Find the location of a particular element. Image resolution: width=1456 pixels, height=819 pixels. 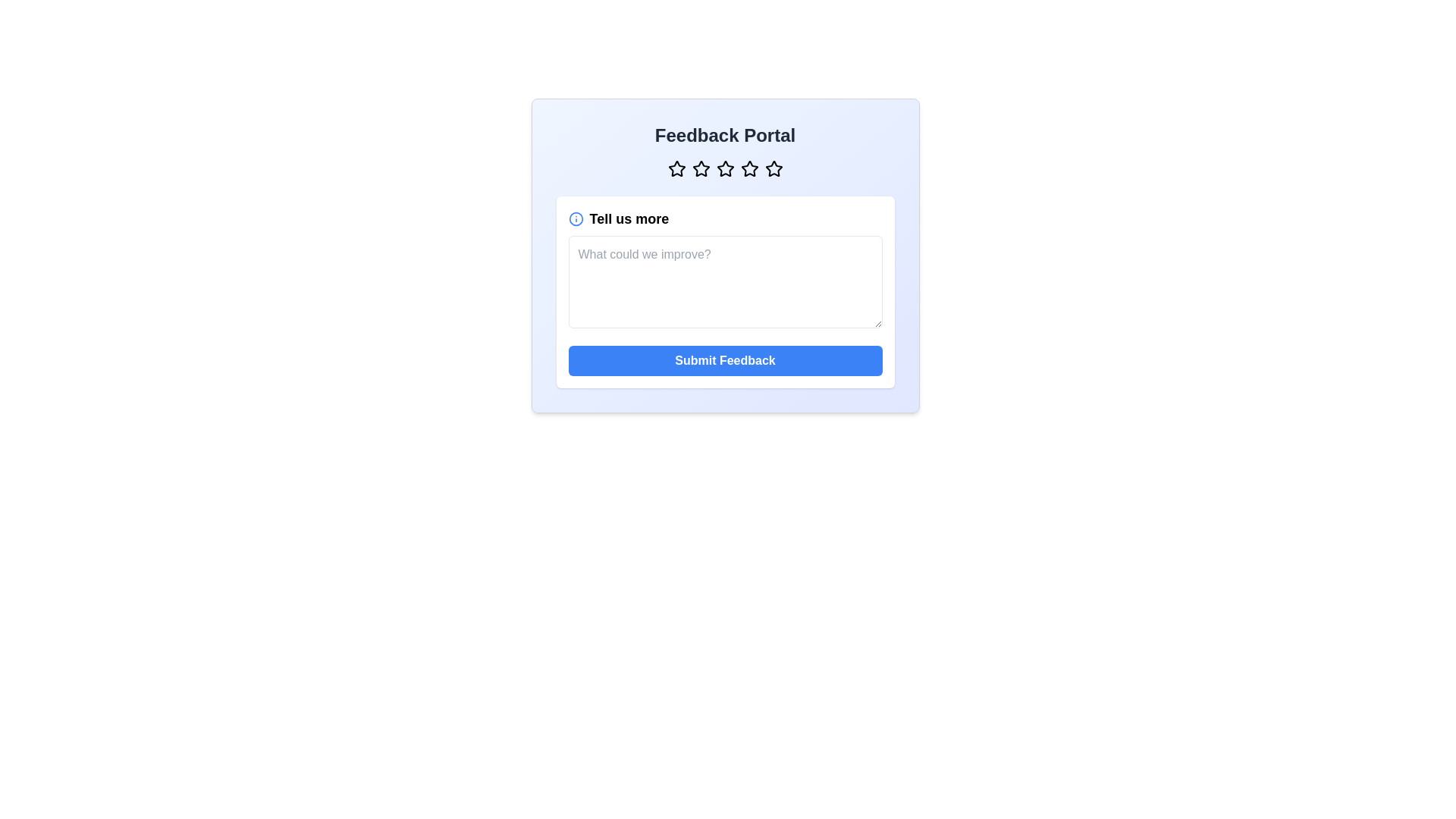

the first Interactive Rating Star Icon is located at coordinates (676, 168).